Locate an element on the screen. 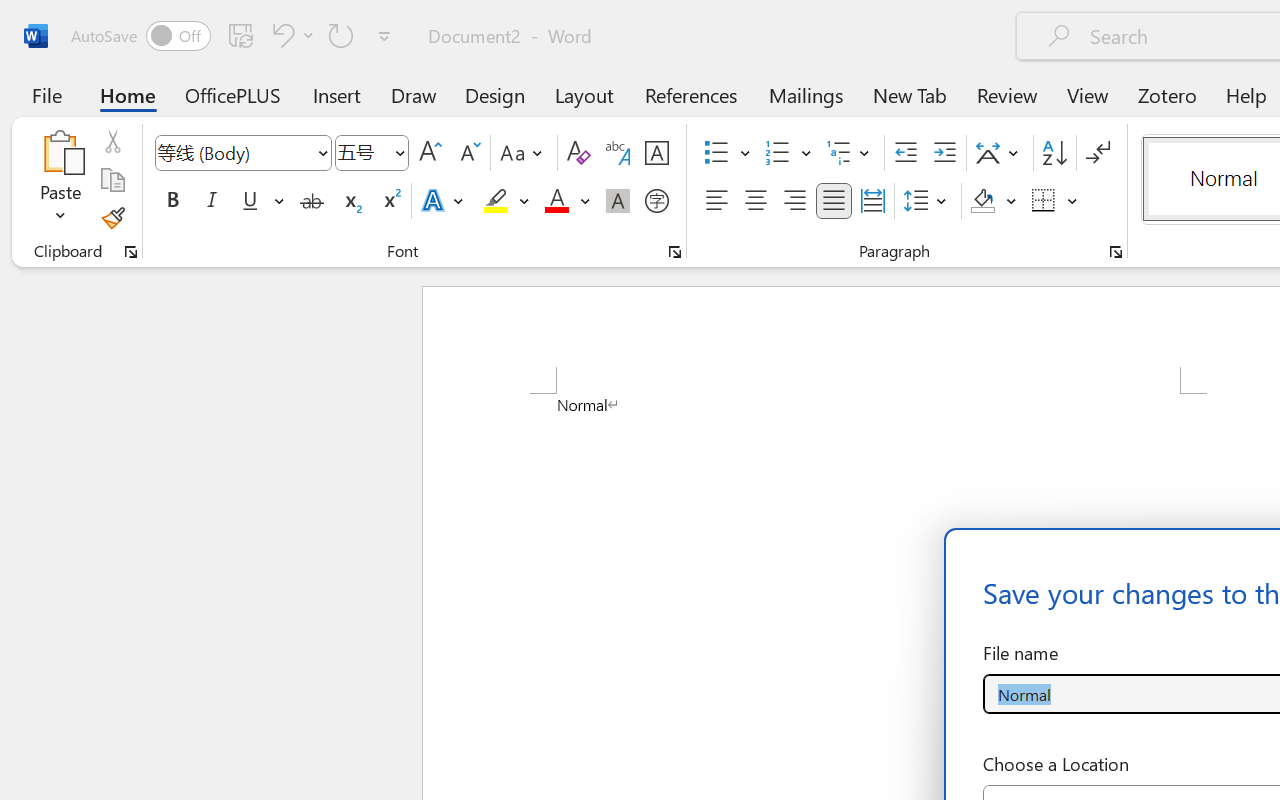  'Font Size' is located at coordinates (372, 153).